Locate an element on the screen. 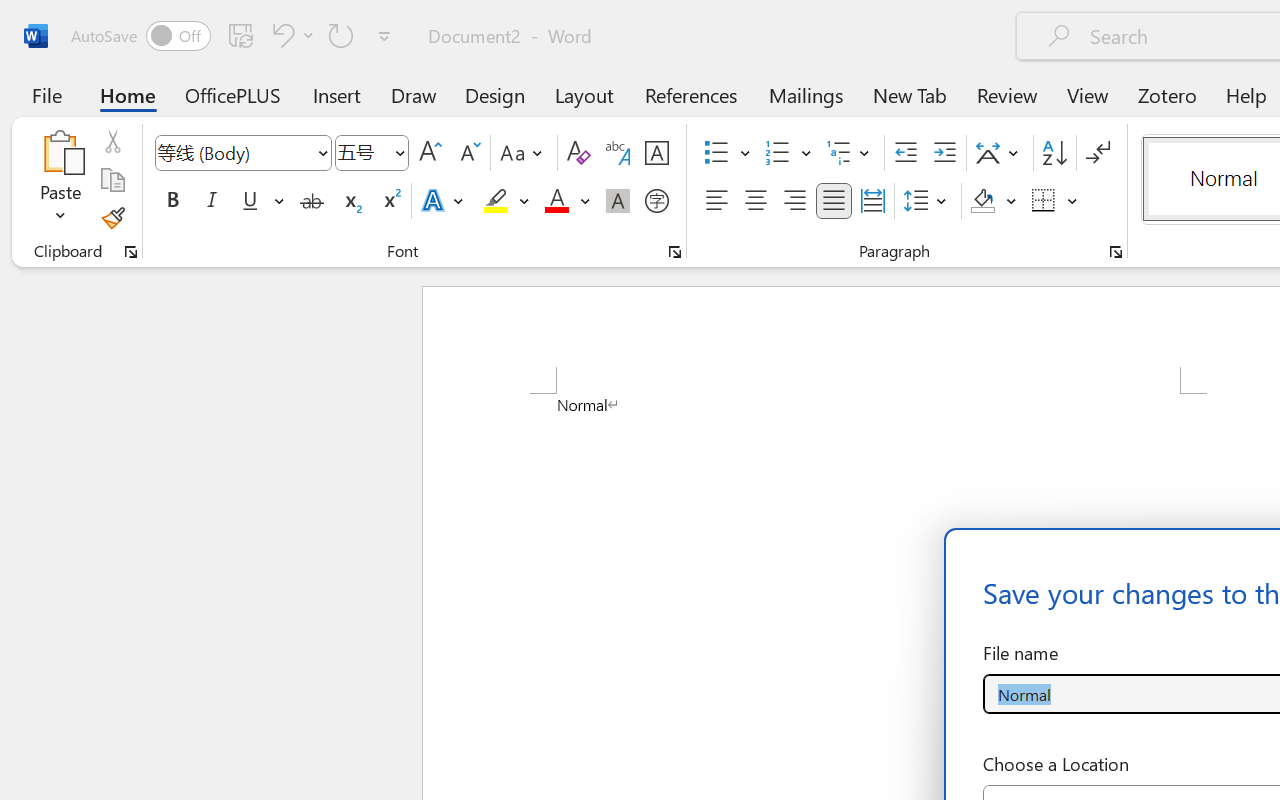  'Font Size' is located at coordinates (372, 153).